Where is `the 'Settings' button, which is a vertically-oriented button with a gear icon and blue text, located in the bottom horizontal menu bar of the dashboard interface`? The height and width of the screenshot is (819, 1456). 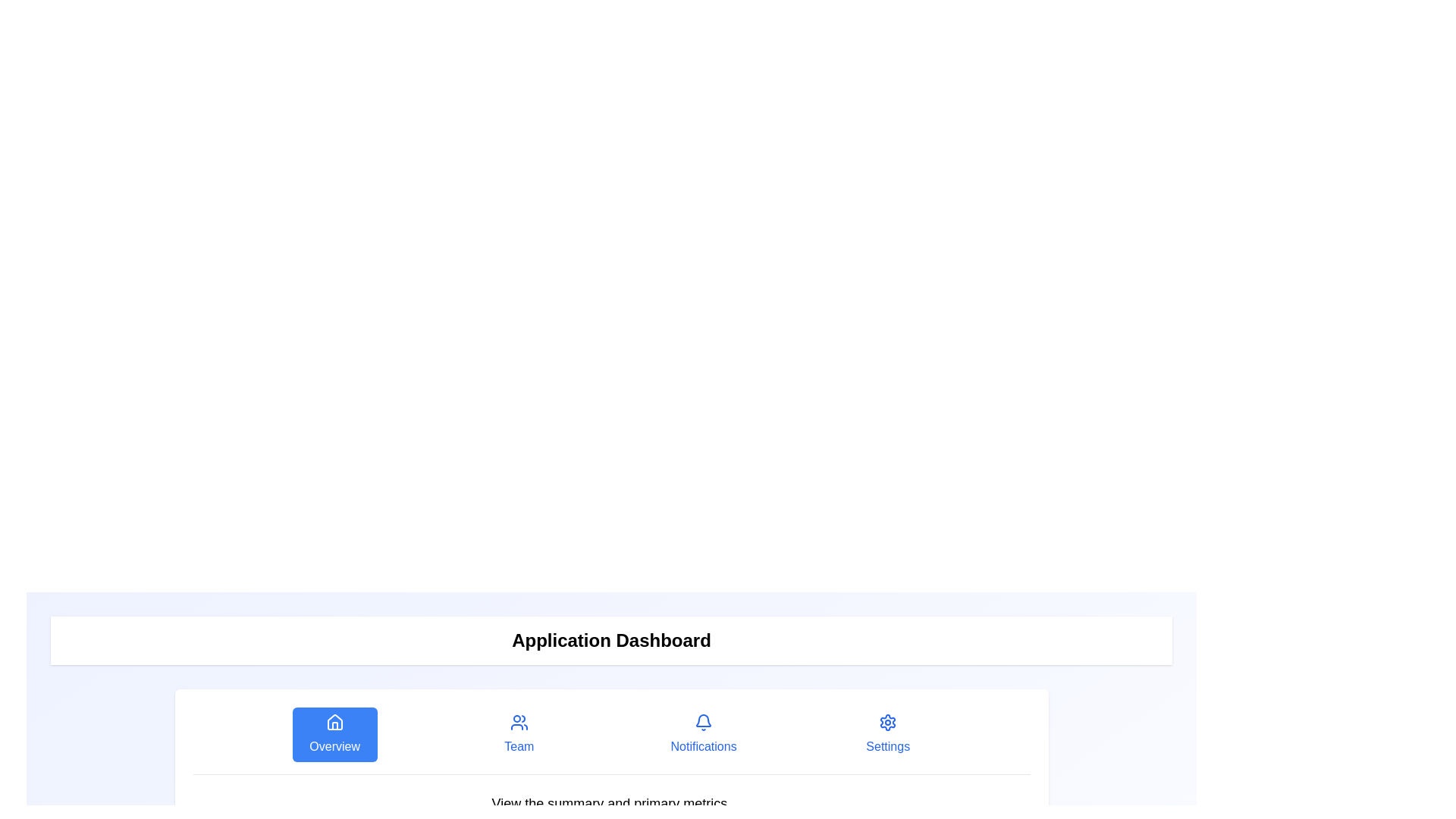 the 'Settings' button, which is a vertically-oriented button with a gear icon and blue text, located in the bottom horizontal menu bar of the dashboard interface is located at coordinates (888, 733).